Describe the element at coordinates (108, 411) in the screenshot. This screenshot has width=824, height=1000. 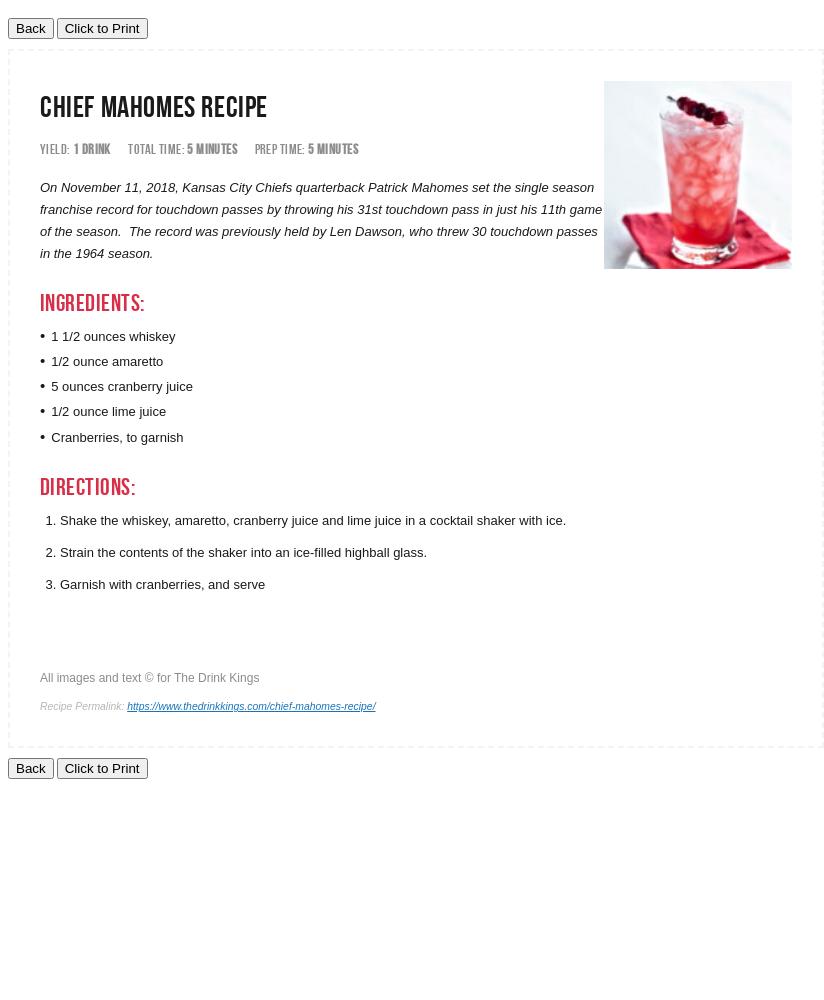
I see `'1/2 ounce lime juice'` at that location.